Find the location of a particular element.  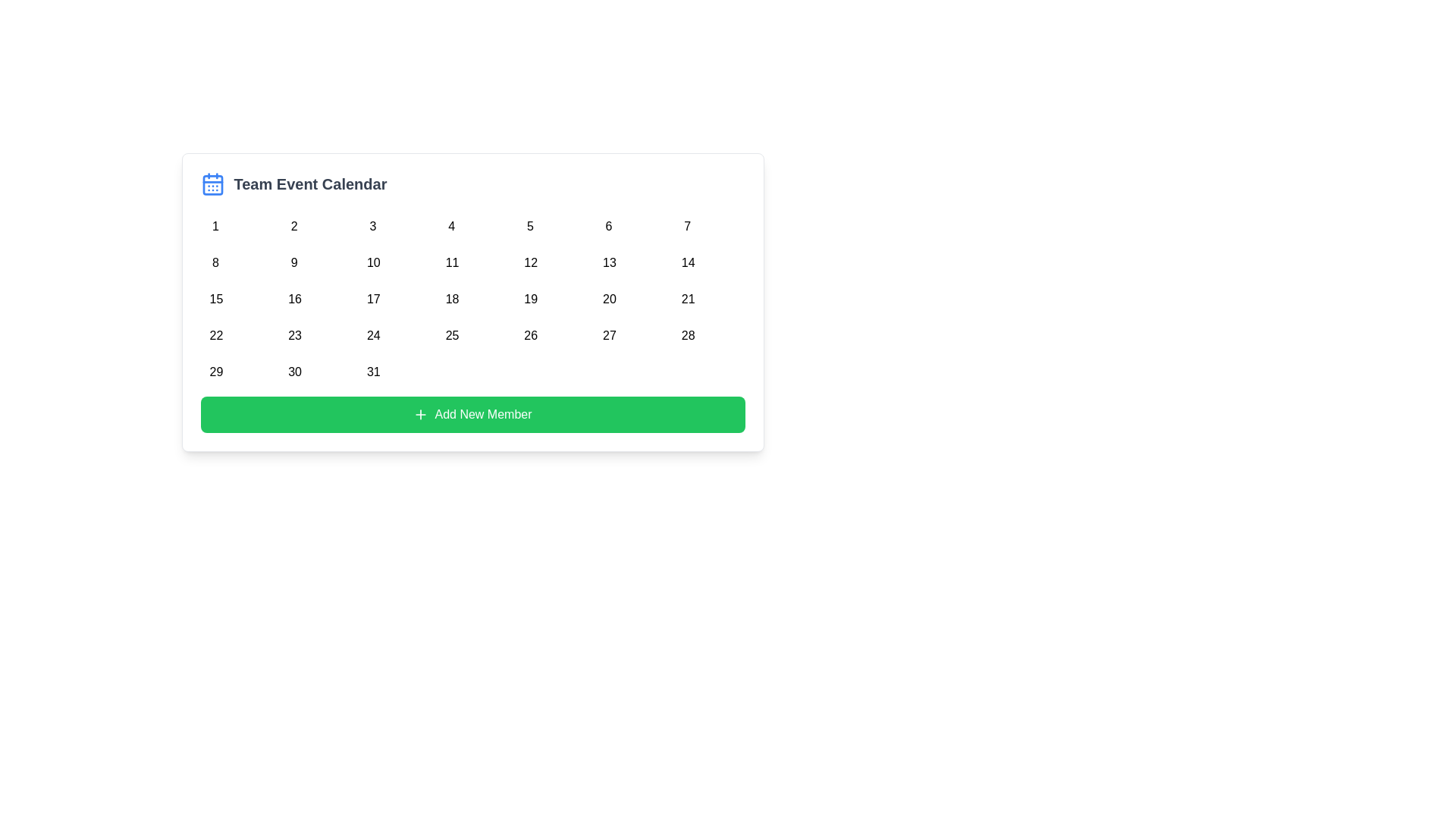

the 'Add Member' button located at the bottom of the 'Team Event Calendar' card to trigger a visual change is located at coordinates (472, 415).